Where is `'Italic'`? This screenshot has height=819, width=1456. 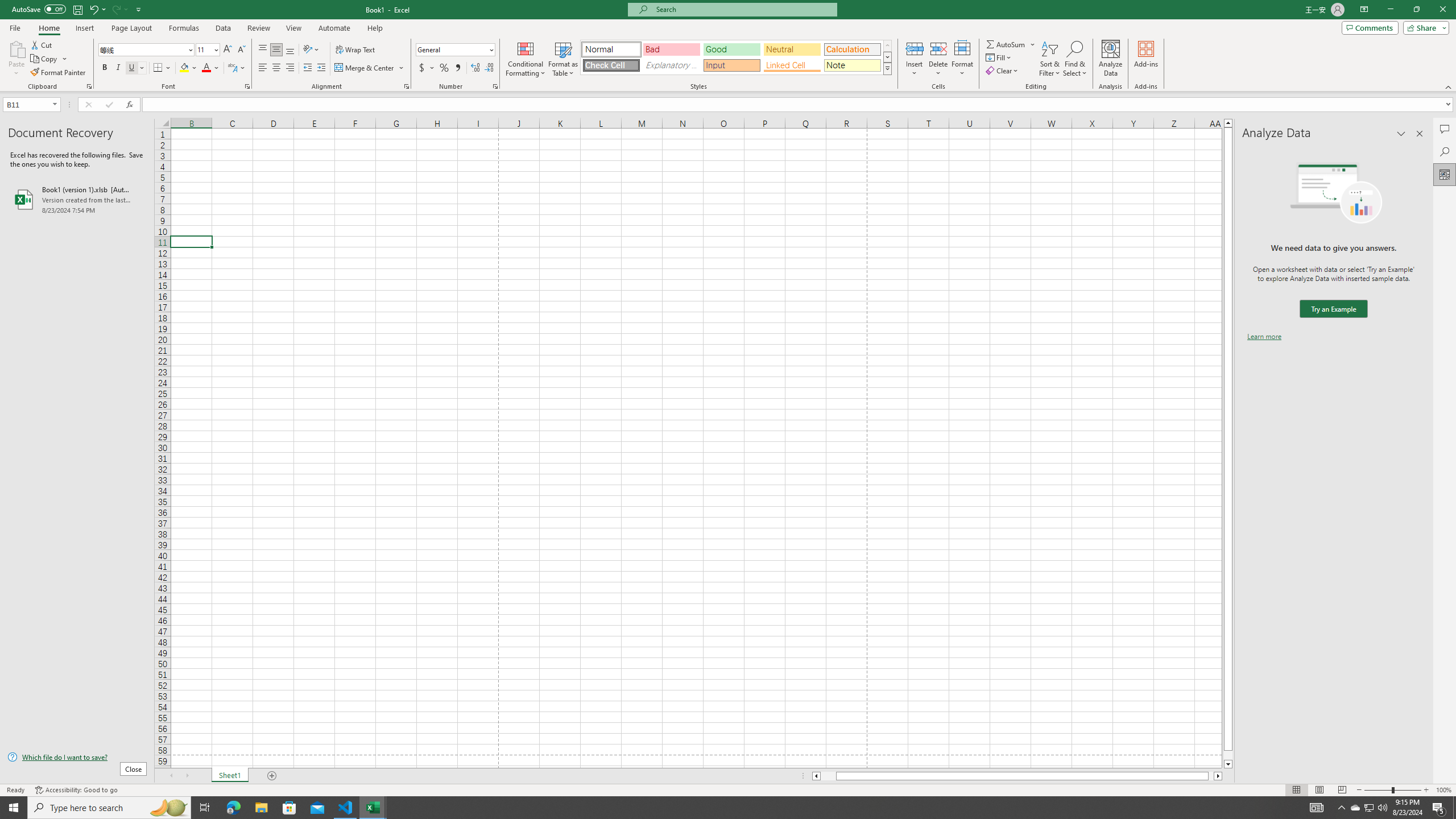
'Italic' is located at coordinates (118, 67).